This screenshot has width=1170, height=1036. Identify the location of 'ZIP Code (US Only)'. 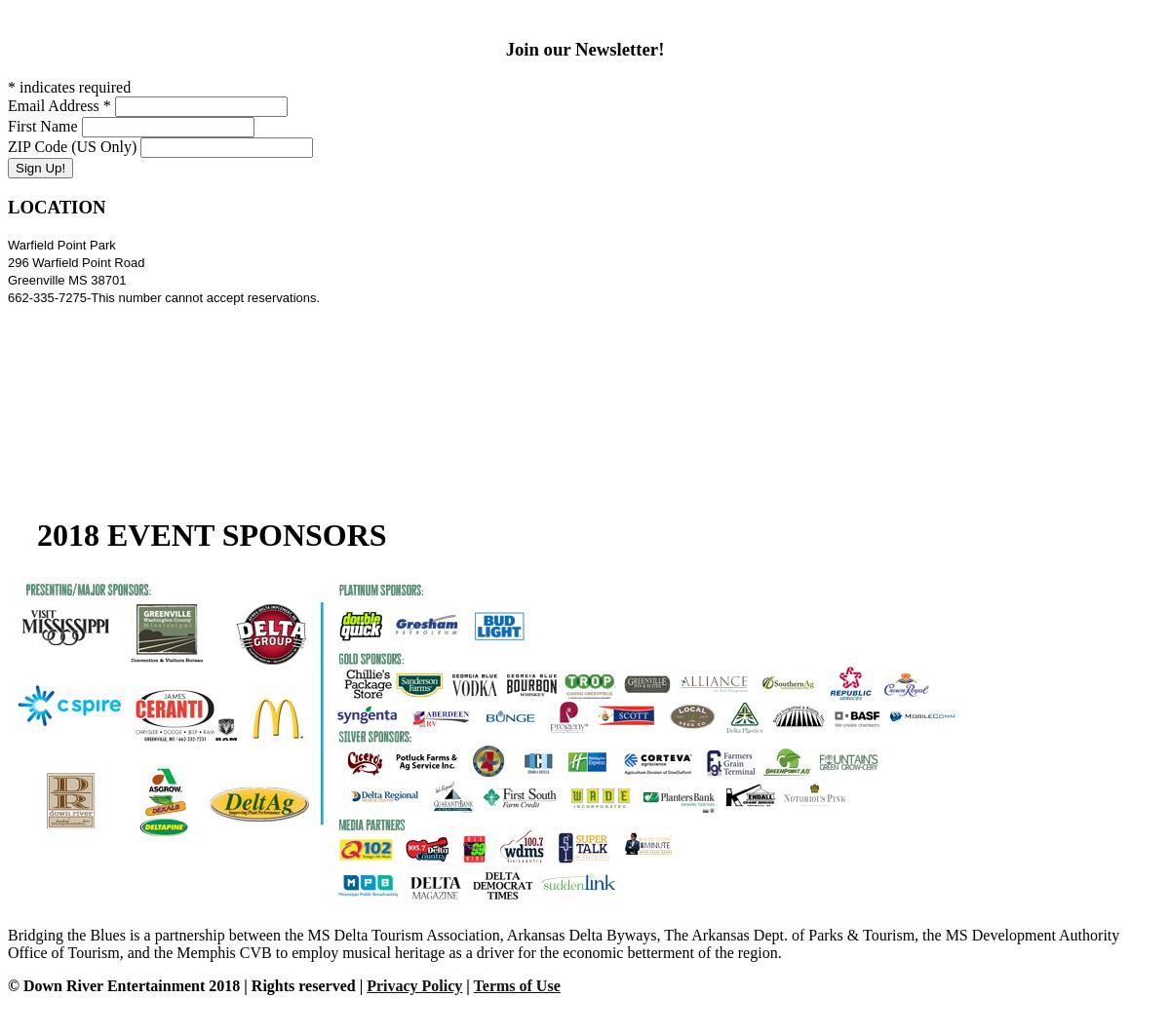
(72, 146).